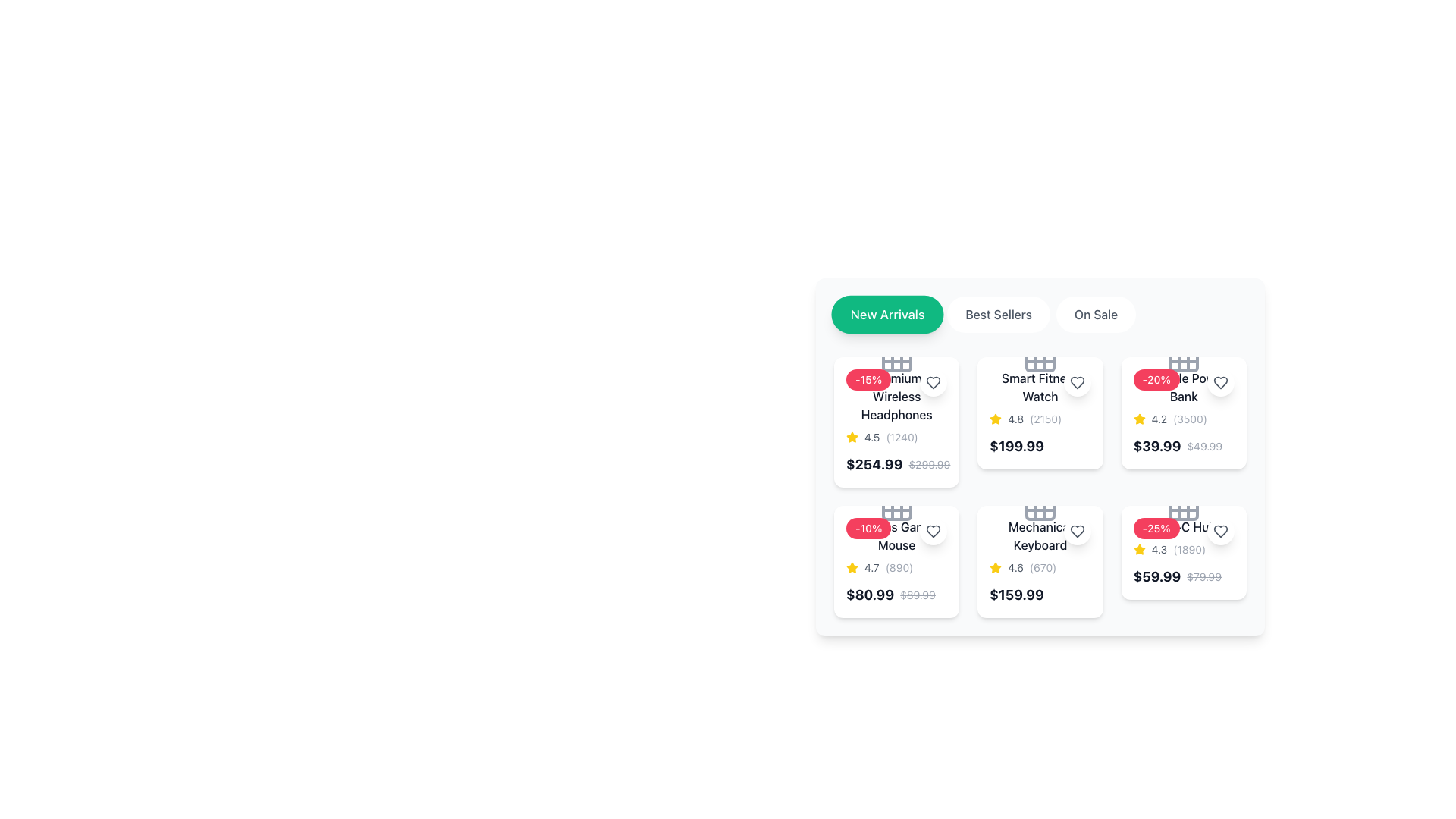 The width and height of the screenshot is (1456, 819). What do you see at coordinates (1139, 550) in the screenshot?
I see `the star icon representing the product rating, located in the bottom-right grid item of the product listing section` at bounding box center [1139, 550].